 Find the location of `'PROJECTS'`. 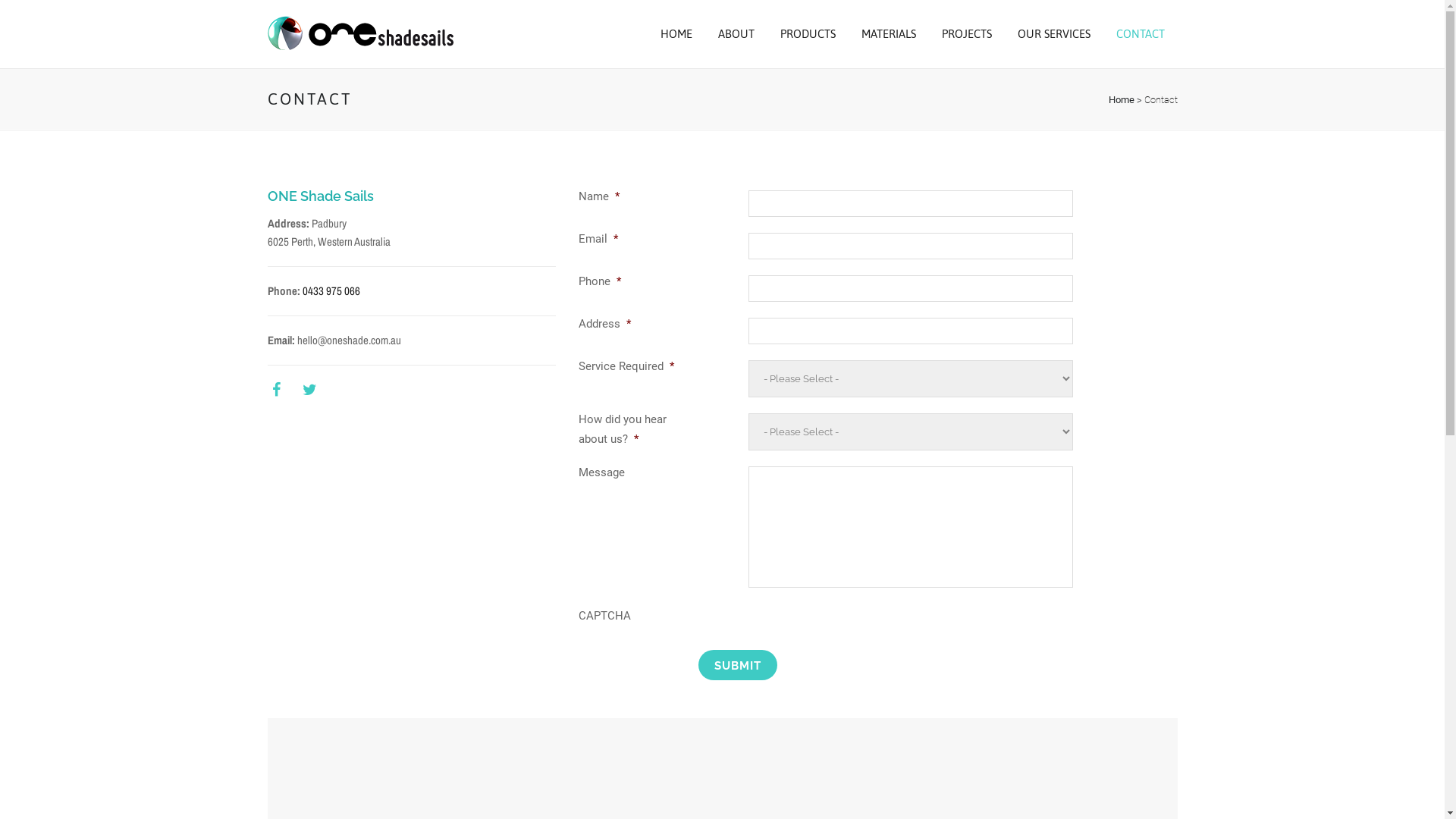

'PROJECTS' is located at coordinates (965, 34).